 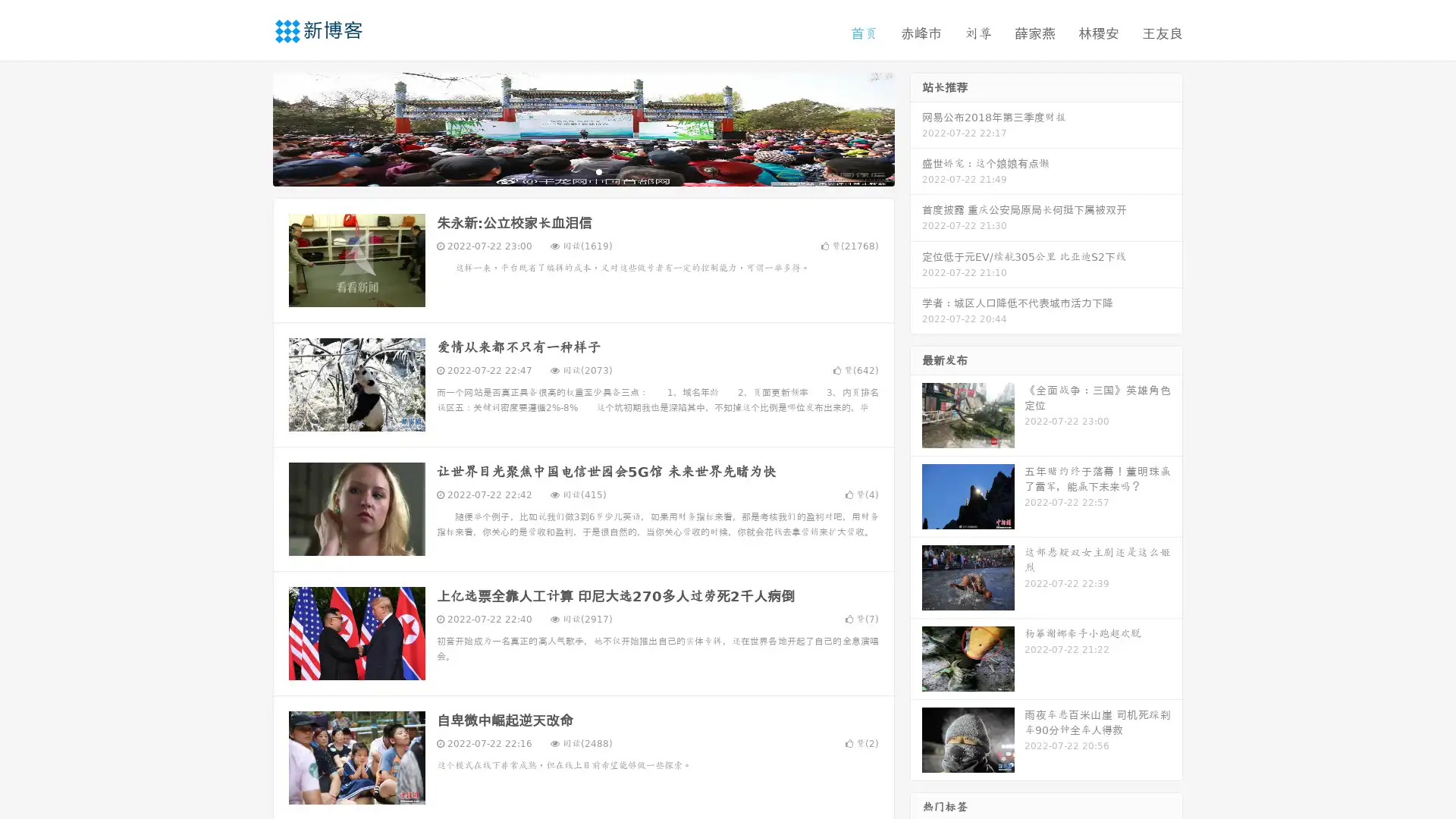 What do you see at coordinates (916, 127) in the screenshot?
I see `Next slide` at bounding box center [916, 127].